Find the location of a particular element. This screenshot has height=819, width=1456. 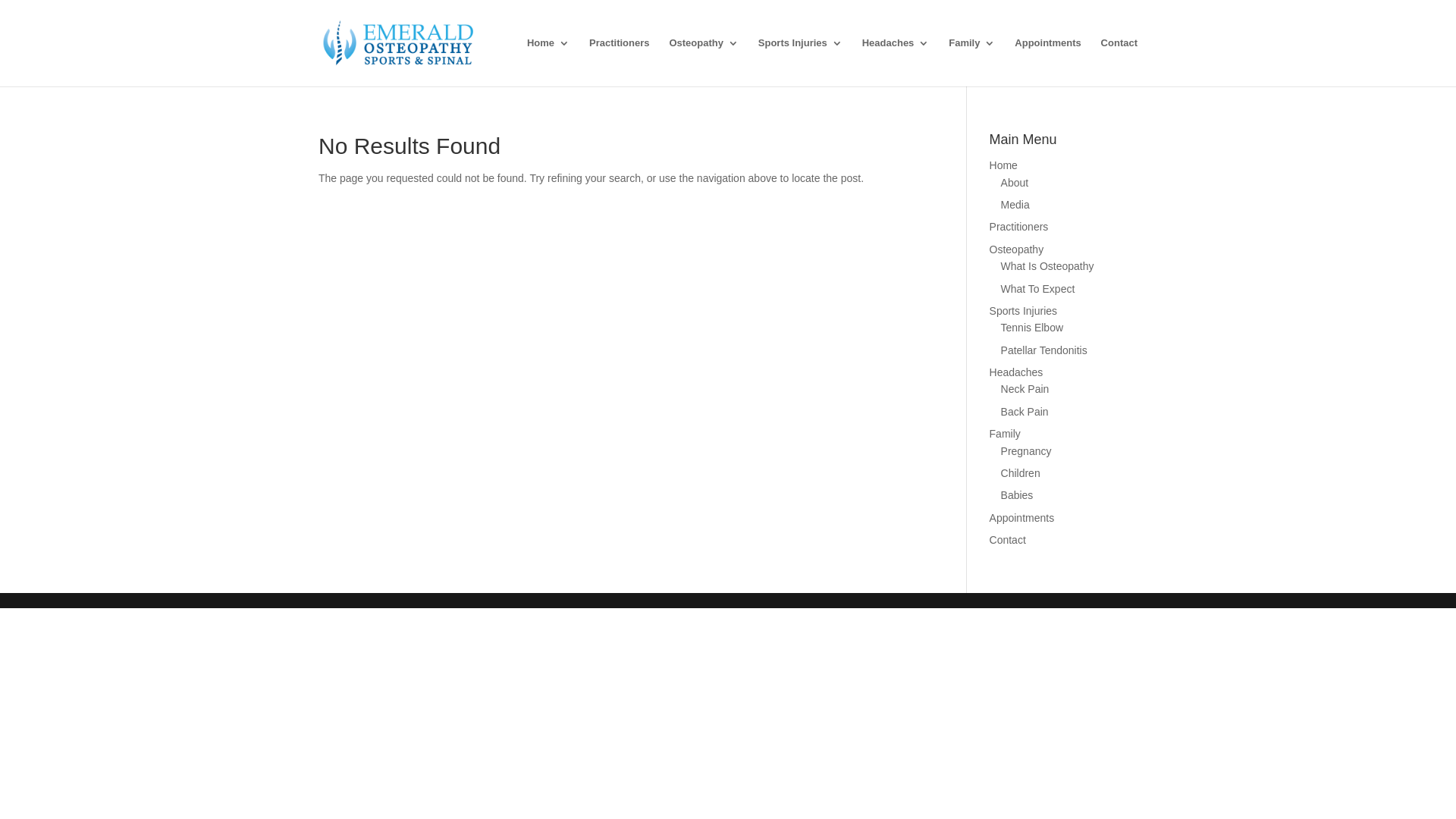

'Tennis Elbow' is located at coordinates (1031, 327).